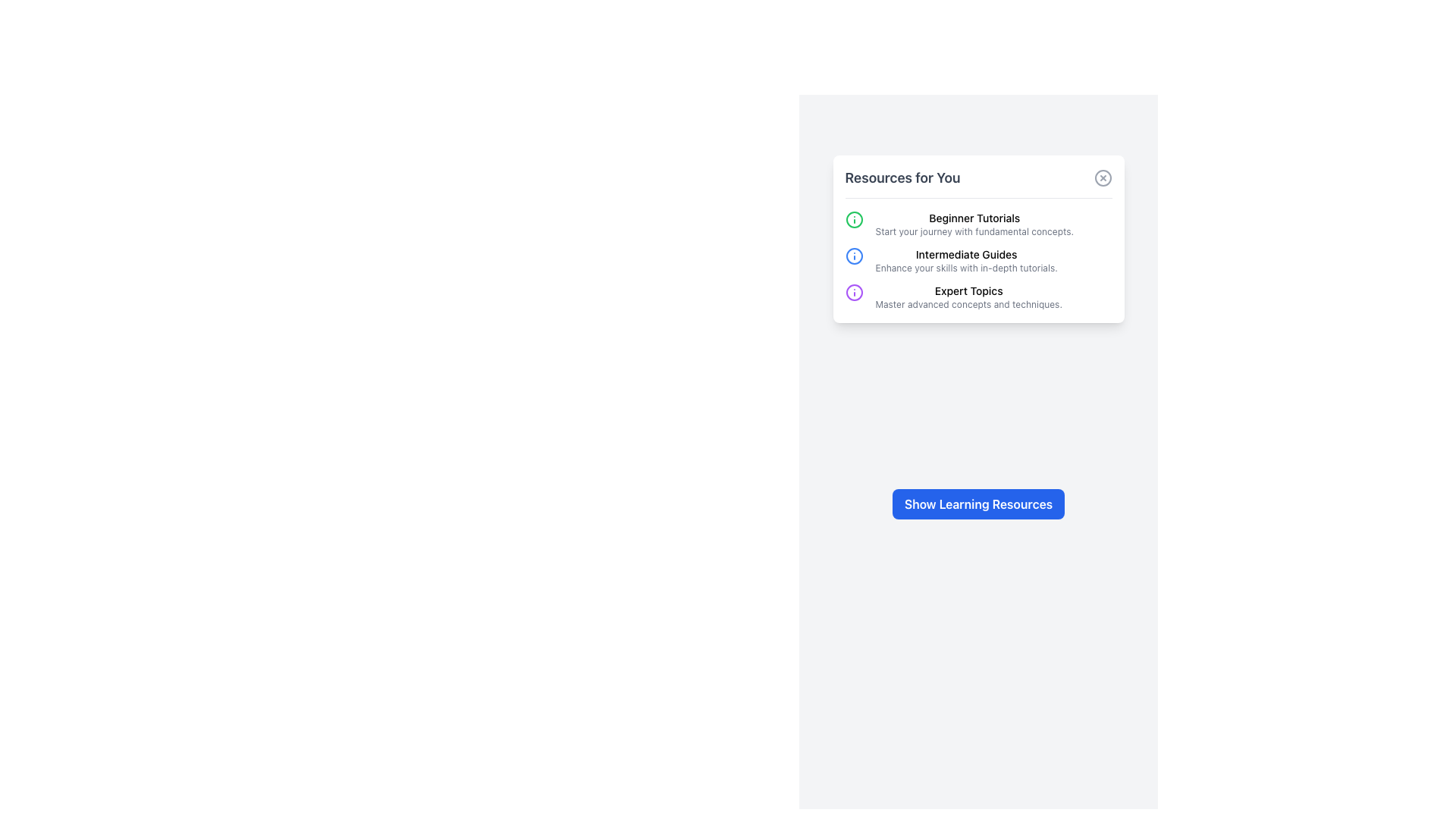 The width and height of the screenshot is (1456, 819). Describe the element at coordinates (974, 218) in the screenshot. I see `the text label that serves as the header for the beginner's tutorial section, located at the top of the card under 'Resources for You'` at that location.